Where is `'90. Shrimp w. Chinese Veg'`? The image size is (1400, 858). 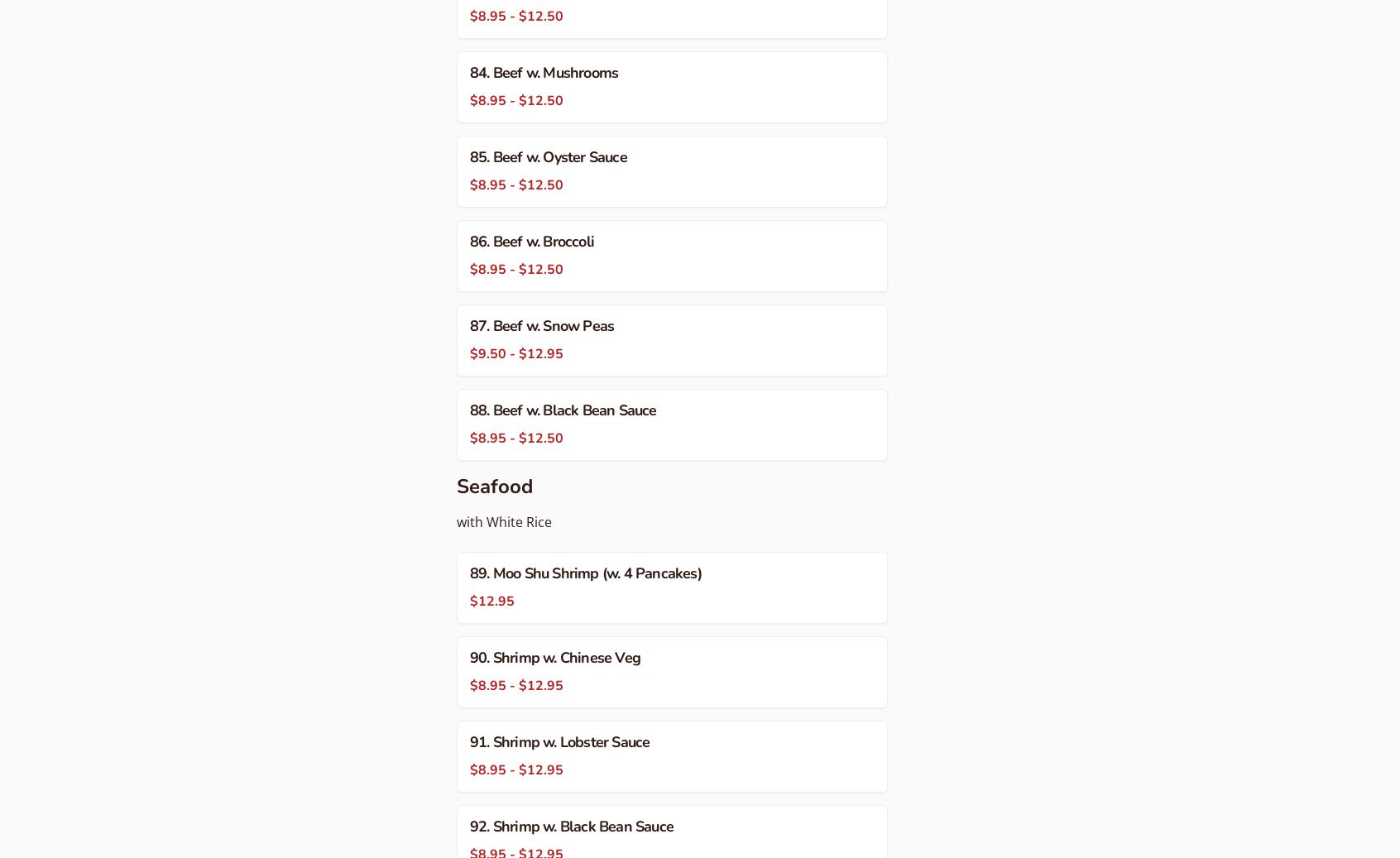
'90. Shrimp w. Chinese Veg' is located at coordinates (469, 657).